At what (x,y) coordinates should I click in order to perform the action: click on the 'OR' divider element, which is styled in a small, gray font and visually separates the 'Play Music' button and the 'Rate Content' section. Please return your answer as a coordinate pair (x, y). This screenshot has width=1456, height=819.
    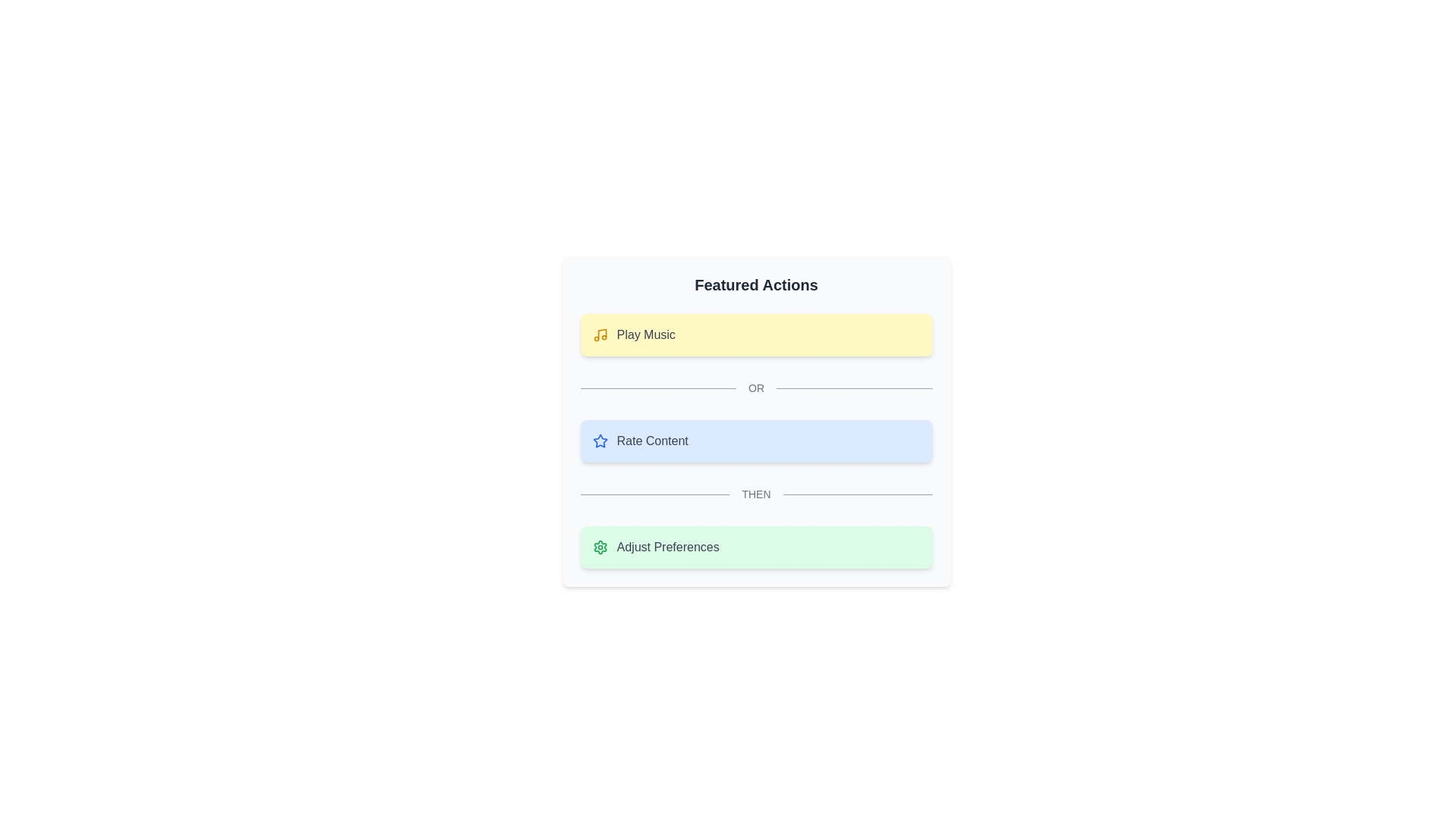
    Looking at the image, I should click on (756, 388).